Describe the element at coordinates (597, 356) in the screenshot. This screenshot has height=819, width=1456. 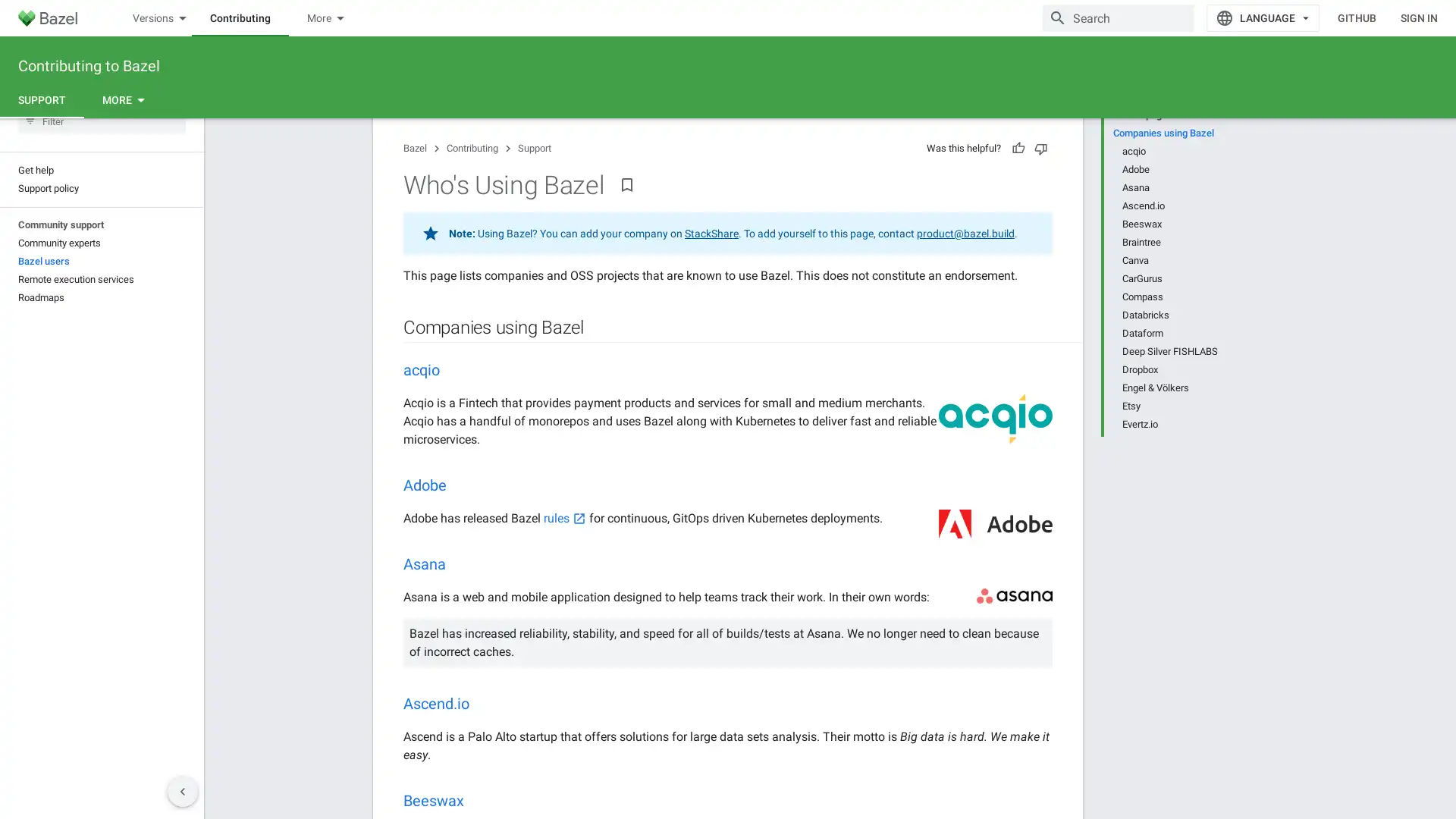
I see `Copy link to this section: Companies using Bazel` at that location.